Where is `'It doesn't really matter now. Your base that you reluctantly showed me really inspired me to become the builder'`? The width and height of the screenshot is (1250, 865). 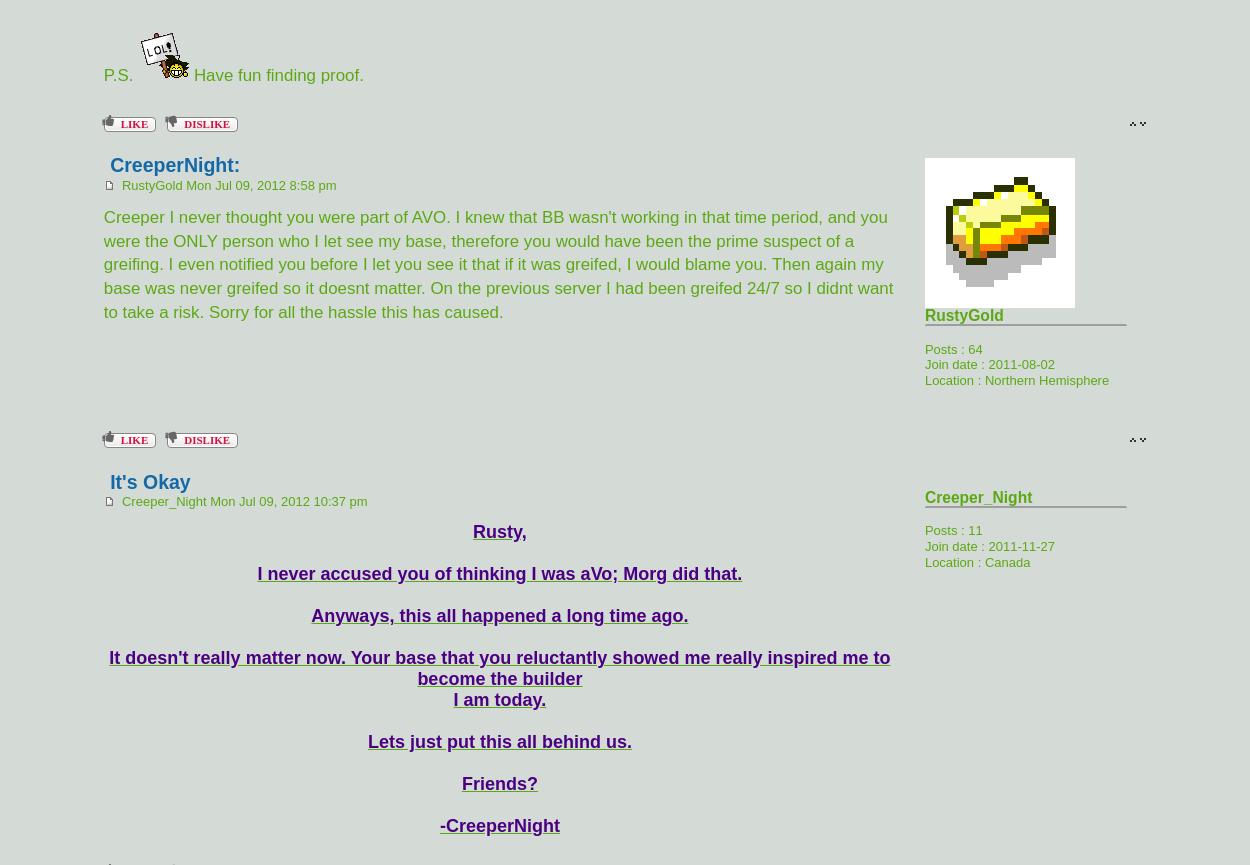 'It doesn't really matter now. Your base that you reluctantly showed me really inspired me to become the builder' is located at coordinates (498, 668).